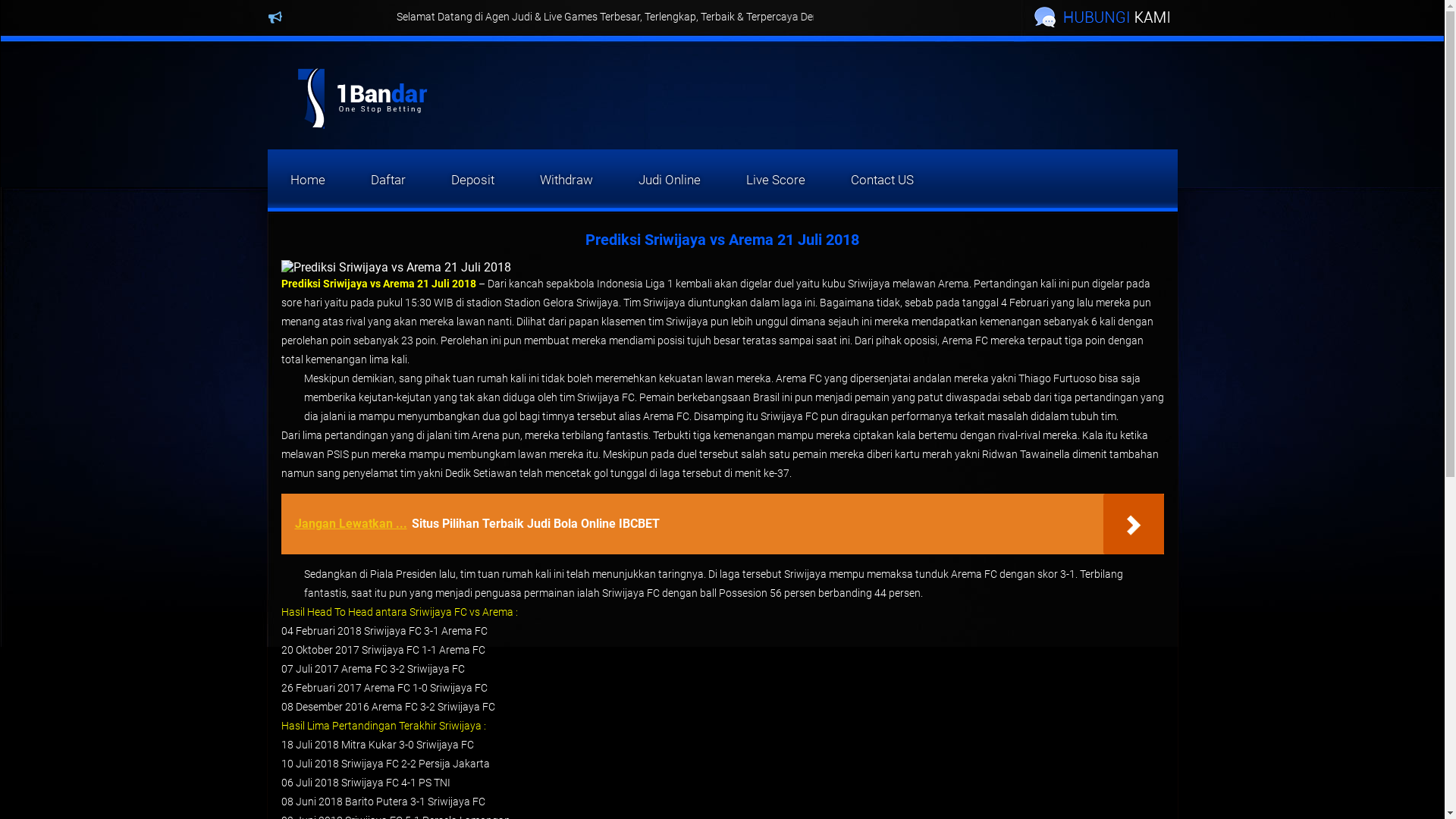  Describe the element at coordinates (378, 284) in the screenshot. I see `'Prediksi Sriwijaya vs Arema 21 Juli 2018'` at that location.